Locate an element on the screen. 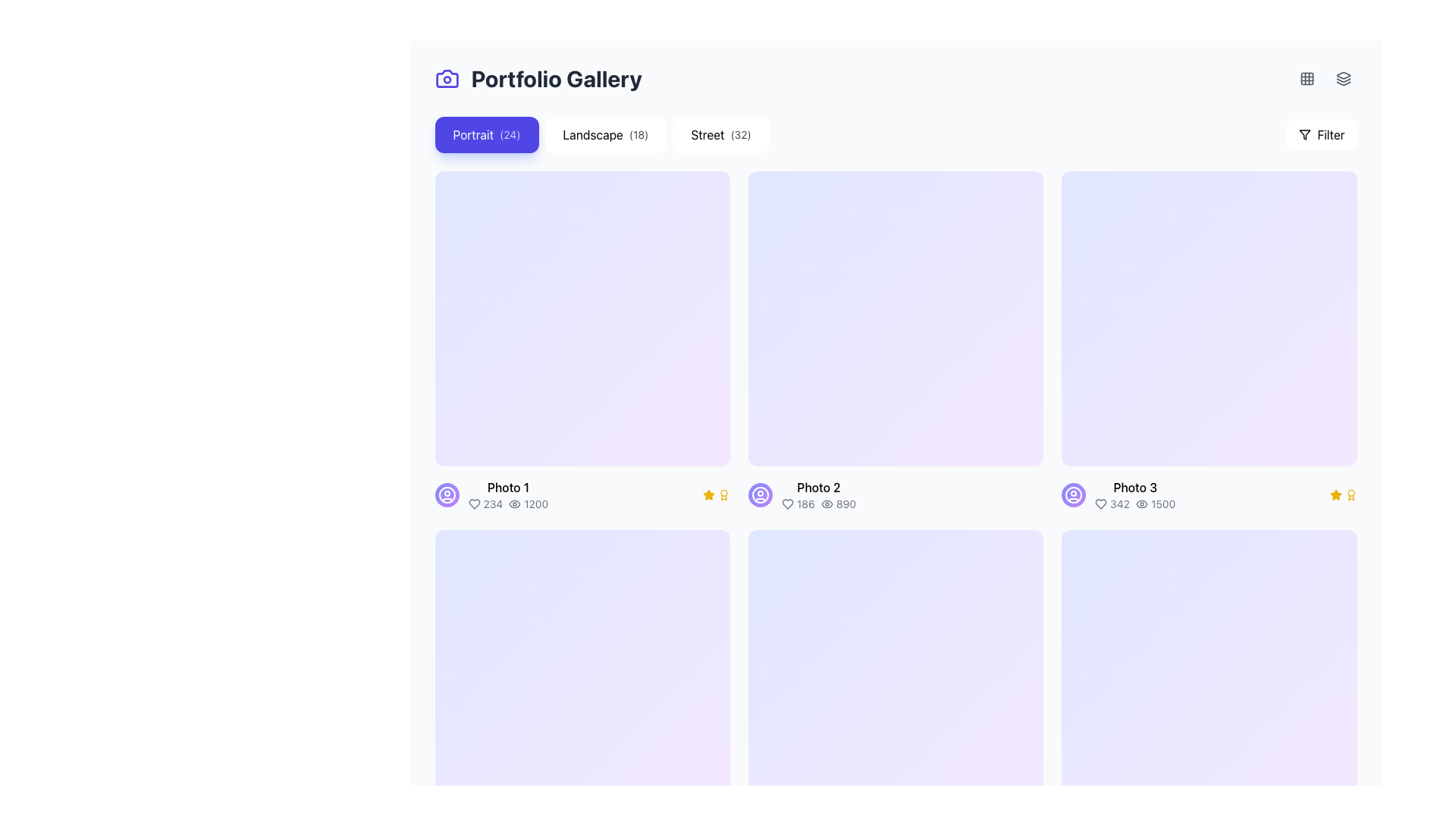 The height and width of the screenshot is (819, 1456). the count displayed next to the 'Portrait' label, which indicates the number of items associated with it is located at coordinates (510, 133).